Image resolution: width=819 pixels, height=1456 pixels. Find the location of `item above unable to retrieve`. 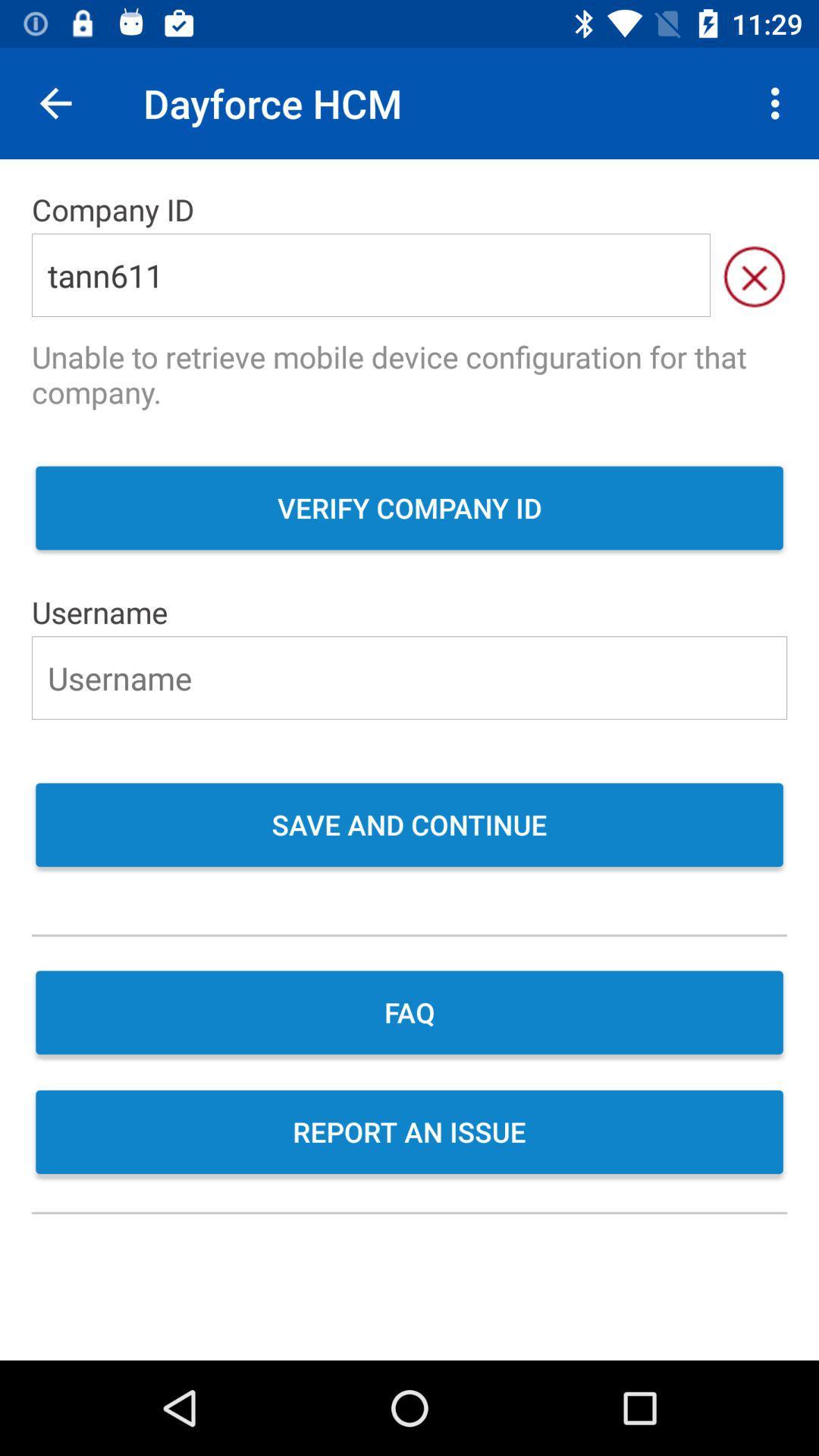

item above unable to retrieve is located at coordinates (754, 275).